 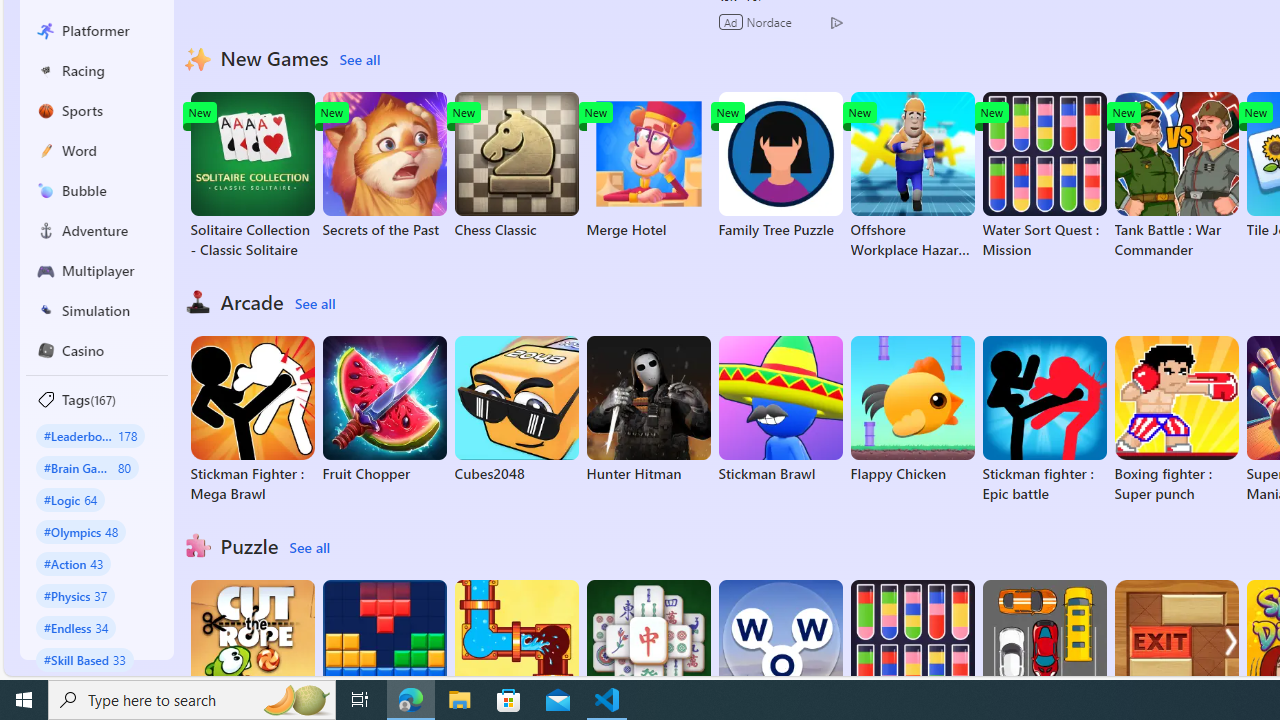 What do you see at coordinates (648, 409) in the screenshot?
I see `'Hunter Hitman'` at bounding box center [648, 409].